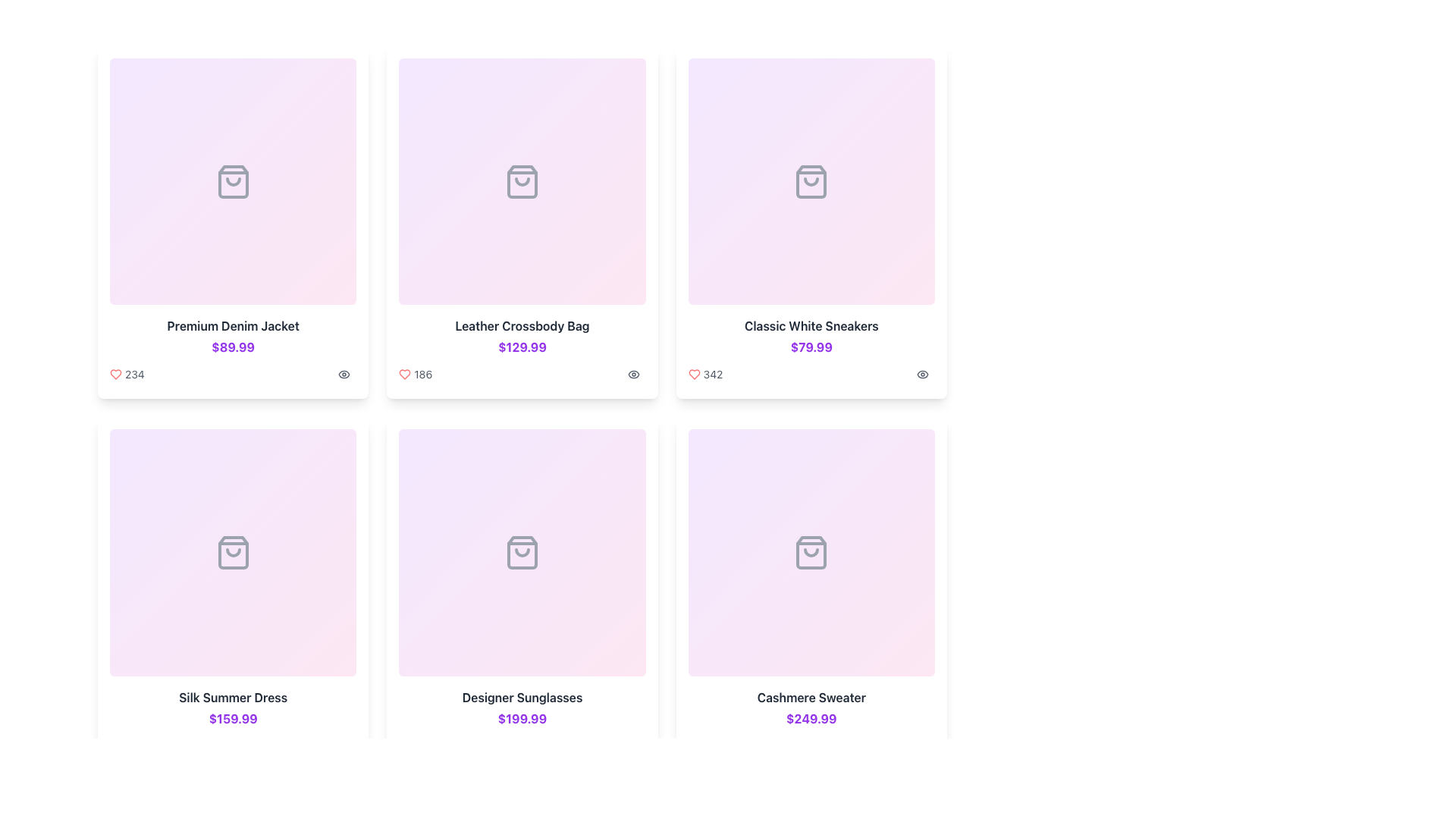  I want to click on the heart-shaped icon representing the 'like' functionality for the 'Classic White Sneakers' product, so click(693, 375).